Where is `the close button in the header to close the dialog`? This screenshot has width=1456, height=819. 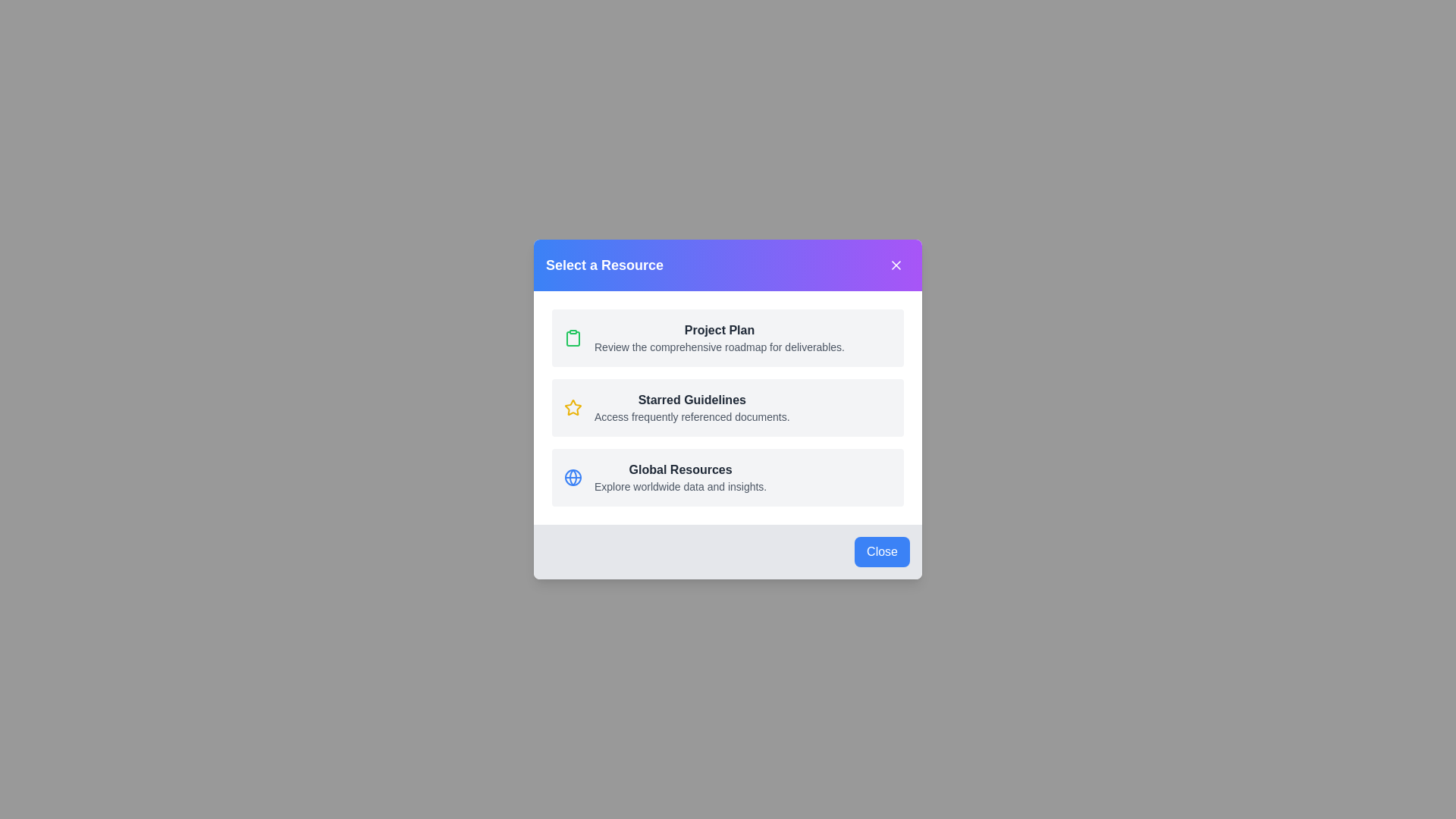
the close button in the header to close the dialog is located at coordinates (896, 265).